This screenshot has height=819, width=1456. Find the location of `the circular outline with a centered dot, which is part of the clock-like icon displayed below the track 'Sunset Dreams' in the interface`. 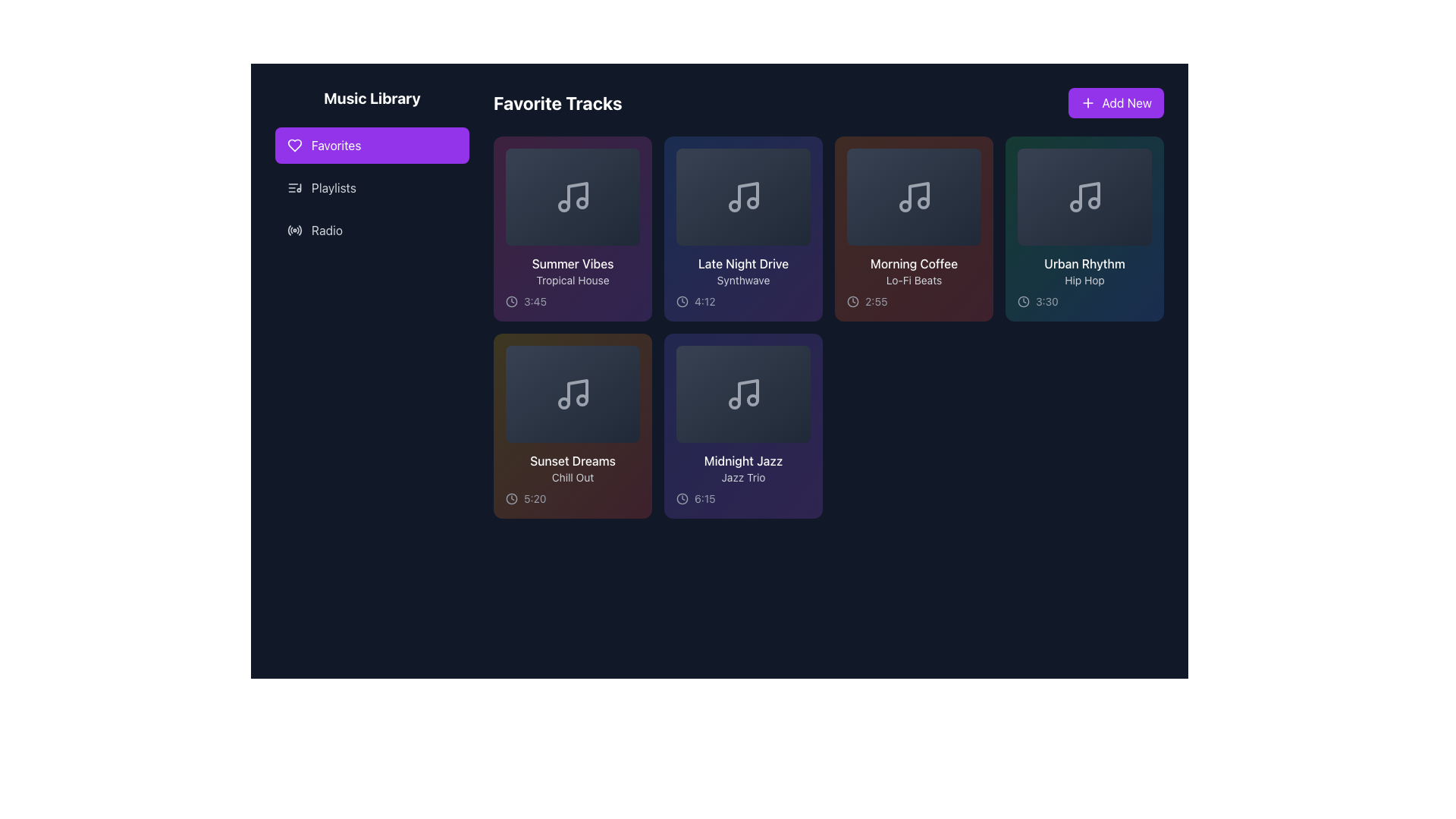

the circular outline with a centered dot, which is part of the clock-like icon displayed below the track 'Sunset Dreams' in the interface is located at coordinates (512, 499).